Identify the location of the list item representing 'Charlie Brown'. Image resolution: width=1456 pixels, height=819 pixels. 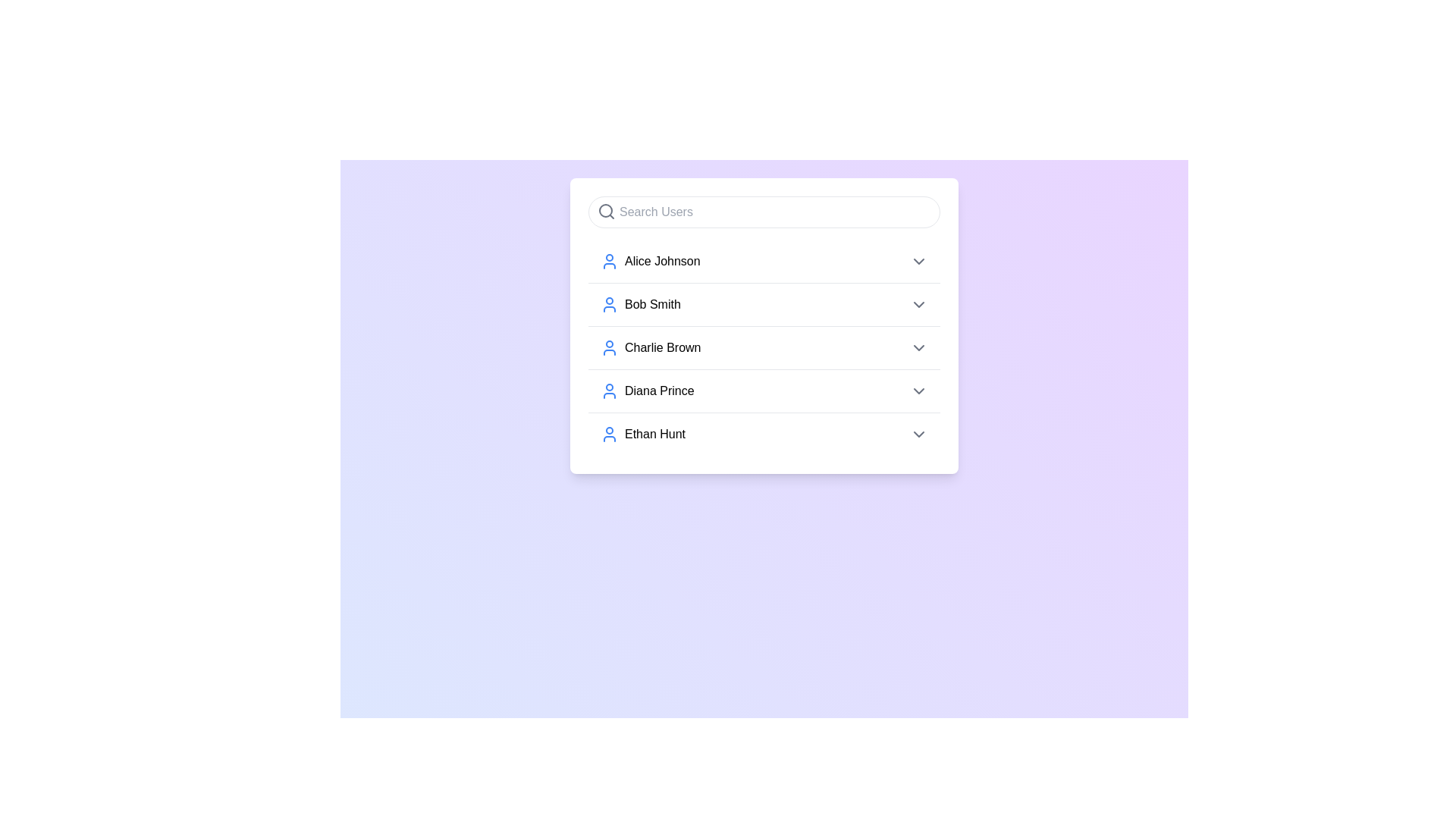
(764, 348).